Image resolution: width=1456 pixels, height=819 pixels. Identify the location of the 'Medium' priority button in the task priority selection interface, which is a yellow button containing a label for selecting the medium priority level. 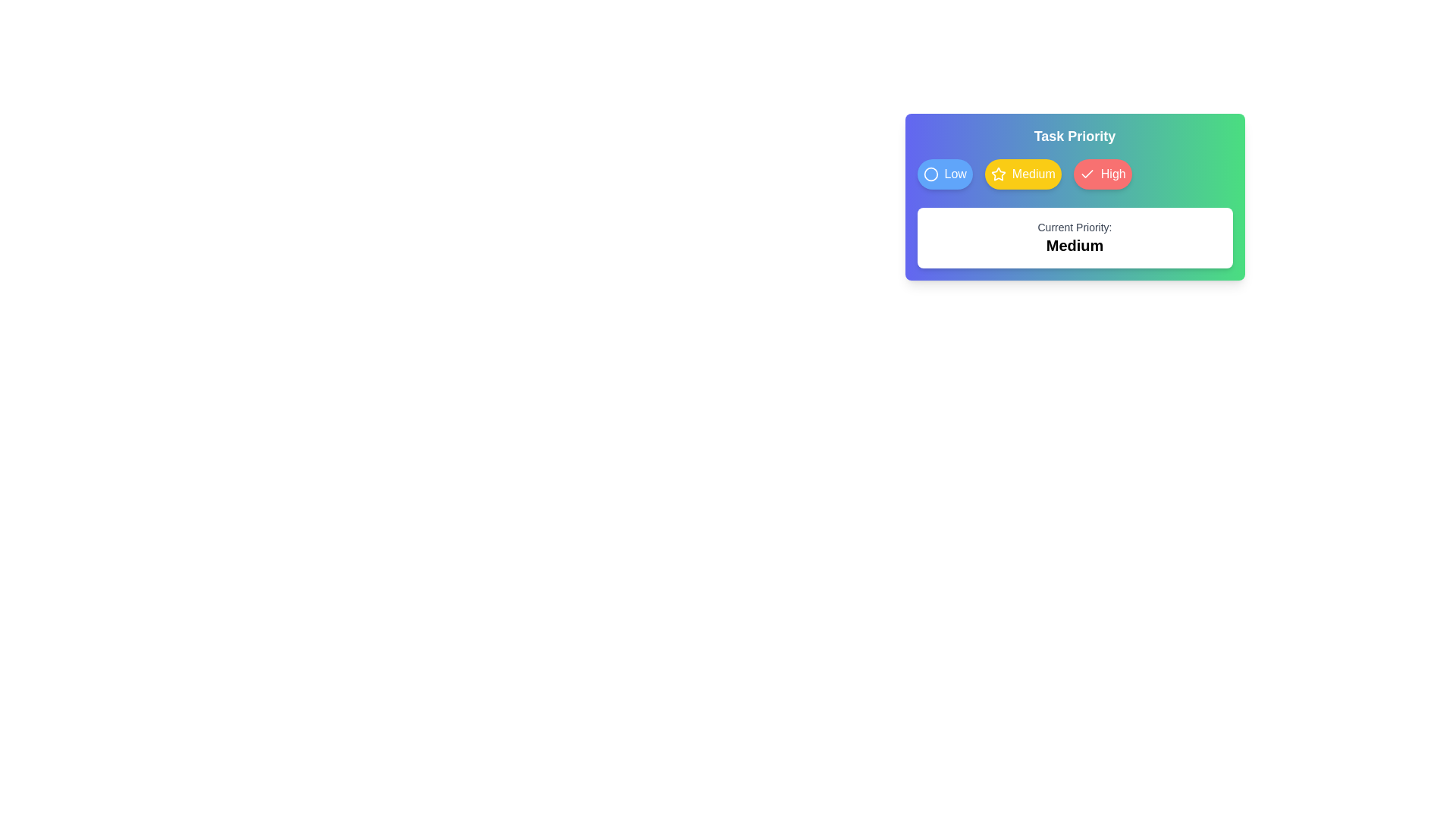
(1033, 174).